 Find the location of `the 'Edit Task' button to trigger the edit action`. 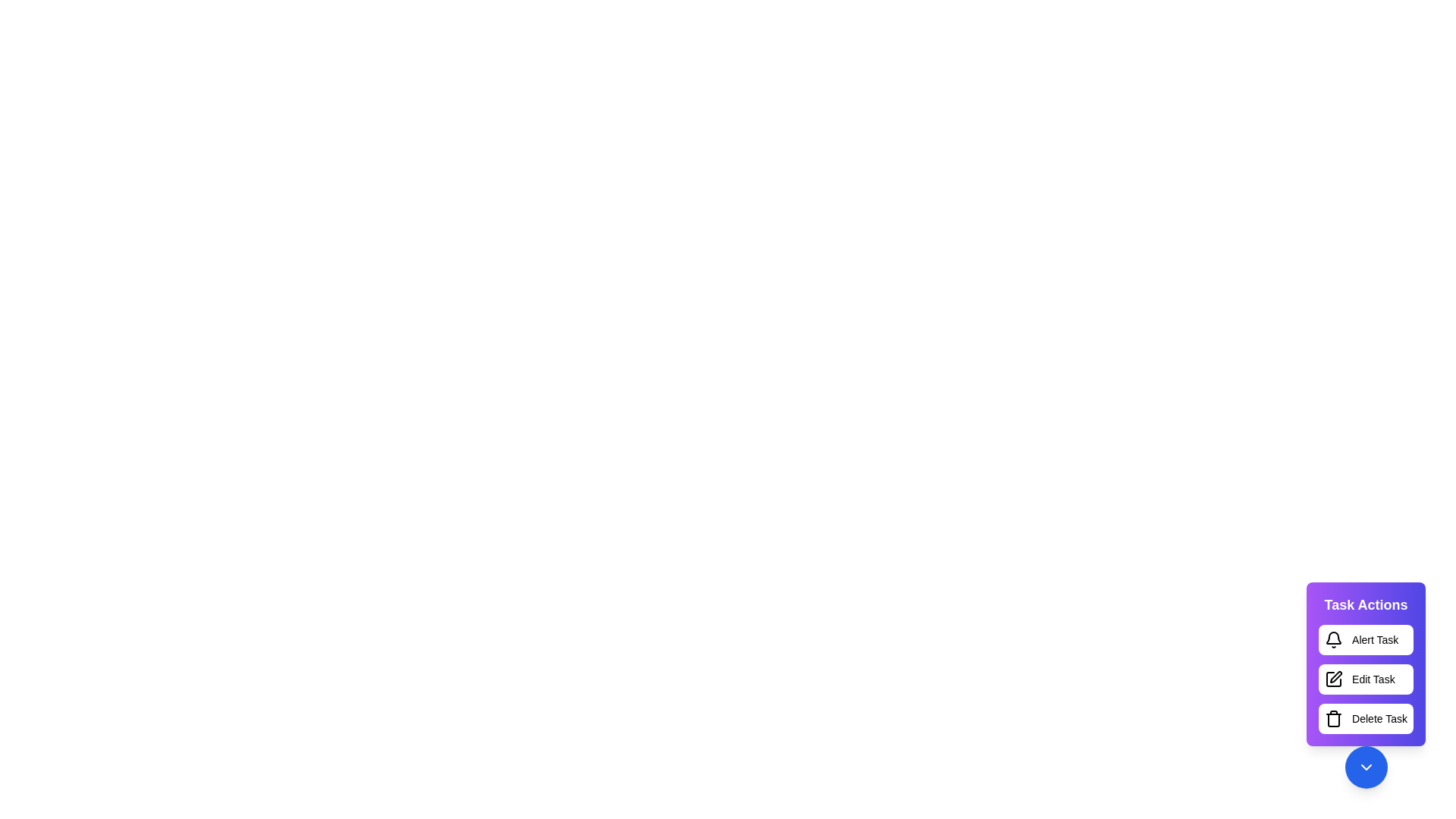

the 'Edit Task' button to trigger the edit action is located at coordinates (1365, 678).